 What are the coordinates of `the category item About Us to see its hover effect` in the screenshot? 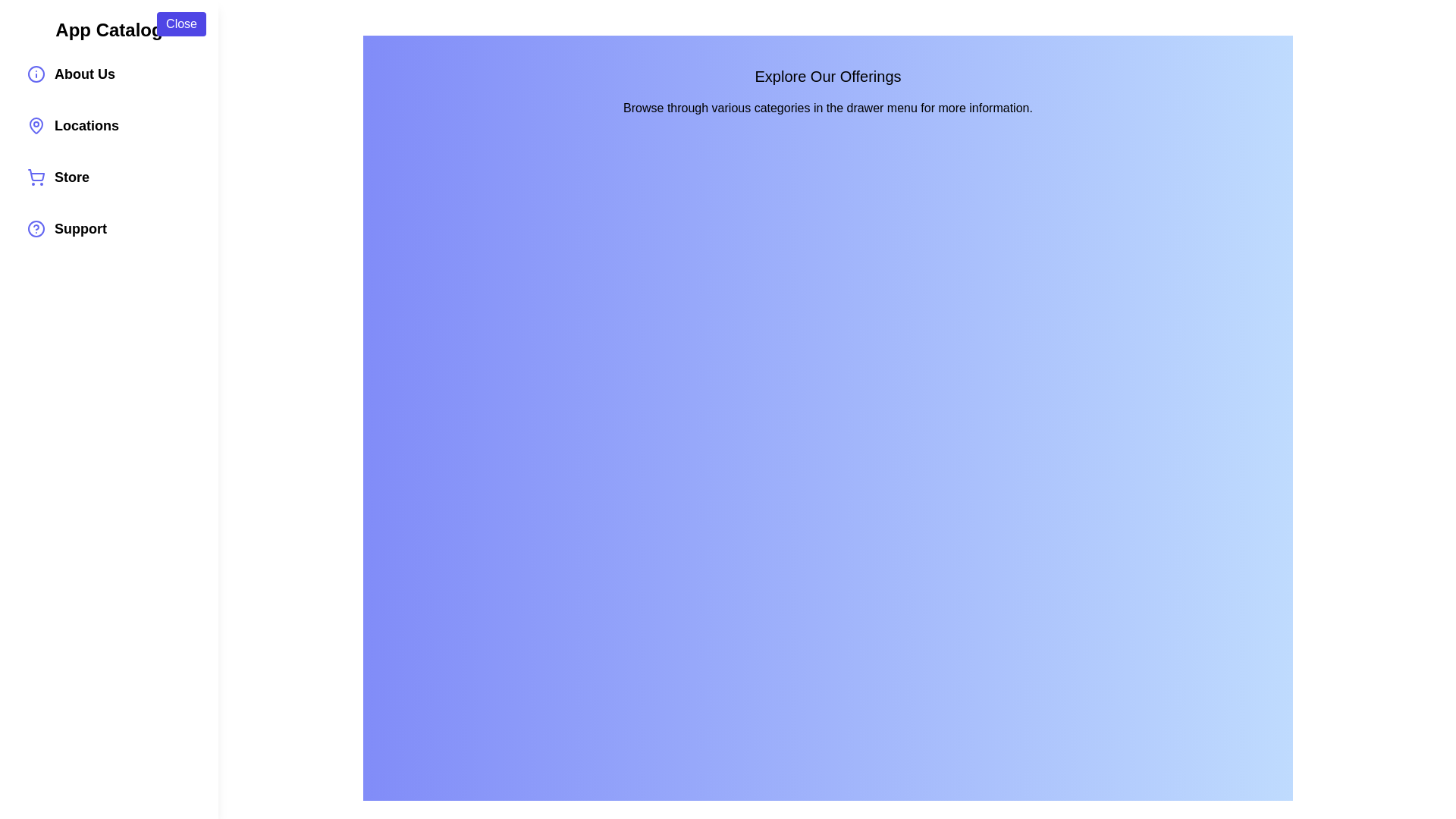 It's located at (108, 74).